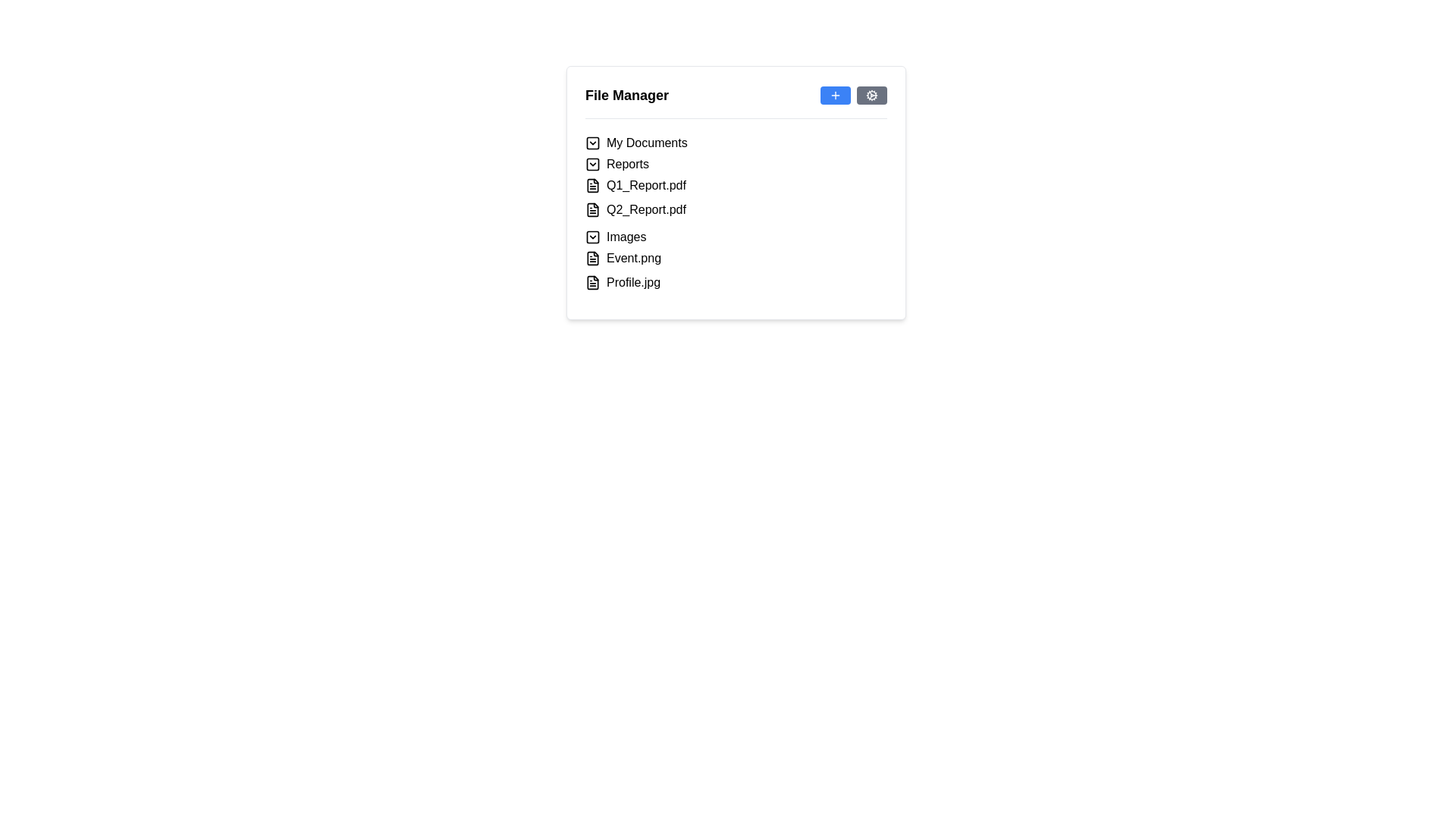 This screenshot has height=819, width=1456. Describe the element at coordinates (592, 210) in the screenshot. I see `the text document icon associated with the file name 'Q2_Report.pdf' located in the list of files` at that location.